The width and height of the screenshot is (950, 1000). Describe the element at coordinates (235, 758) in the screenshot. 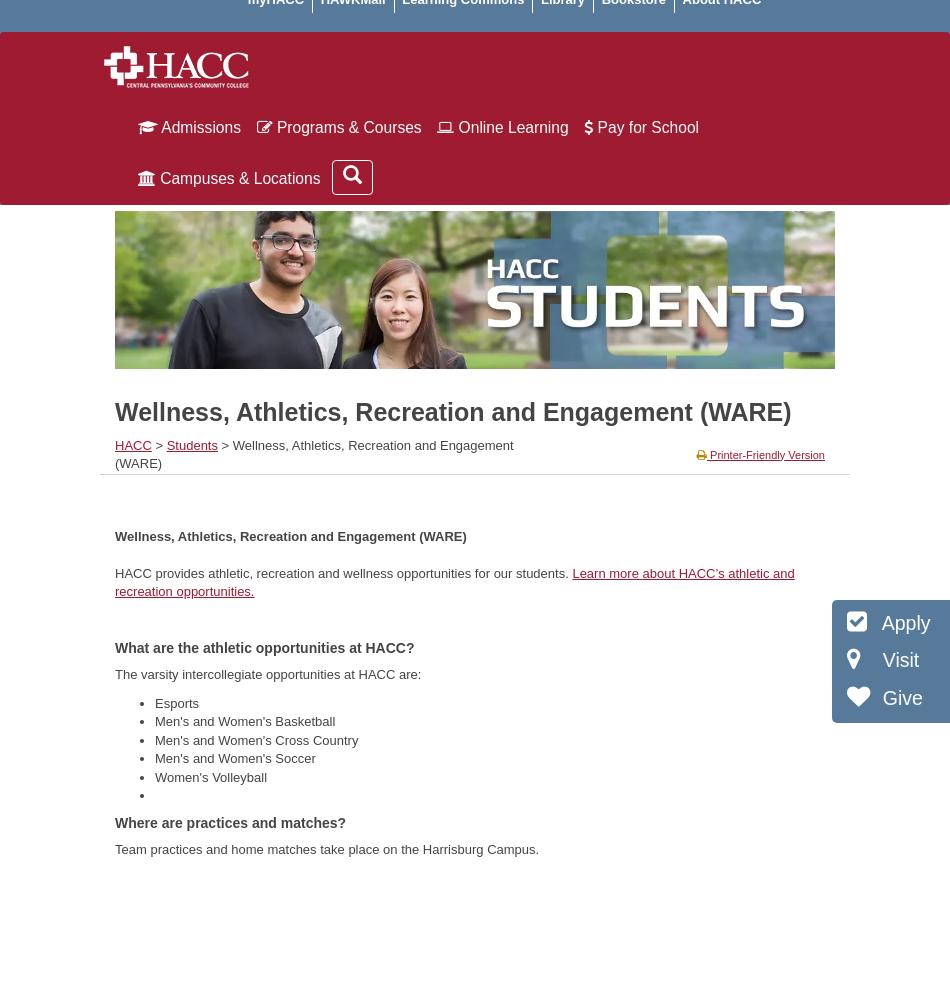

I see `'Men's and Women's Soccer'` at that location.